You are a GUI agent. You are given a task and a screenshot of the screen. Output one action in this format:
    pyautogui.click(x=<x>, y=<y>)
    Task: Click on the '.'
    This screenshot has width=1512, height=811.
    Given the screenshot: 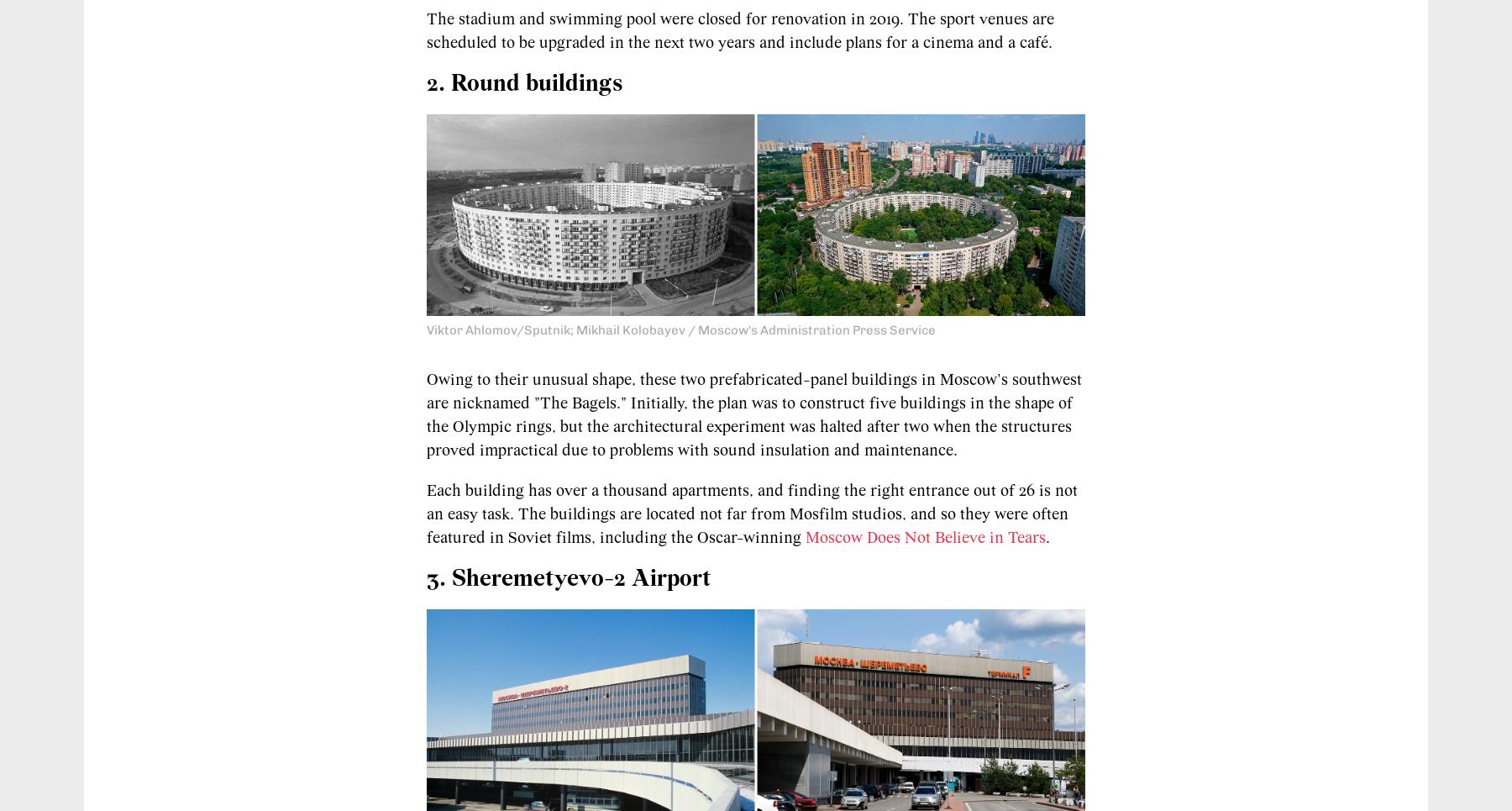 What is the action you would take?
    pyautogui.click(x=1047, y=538)
    